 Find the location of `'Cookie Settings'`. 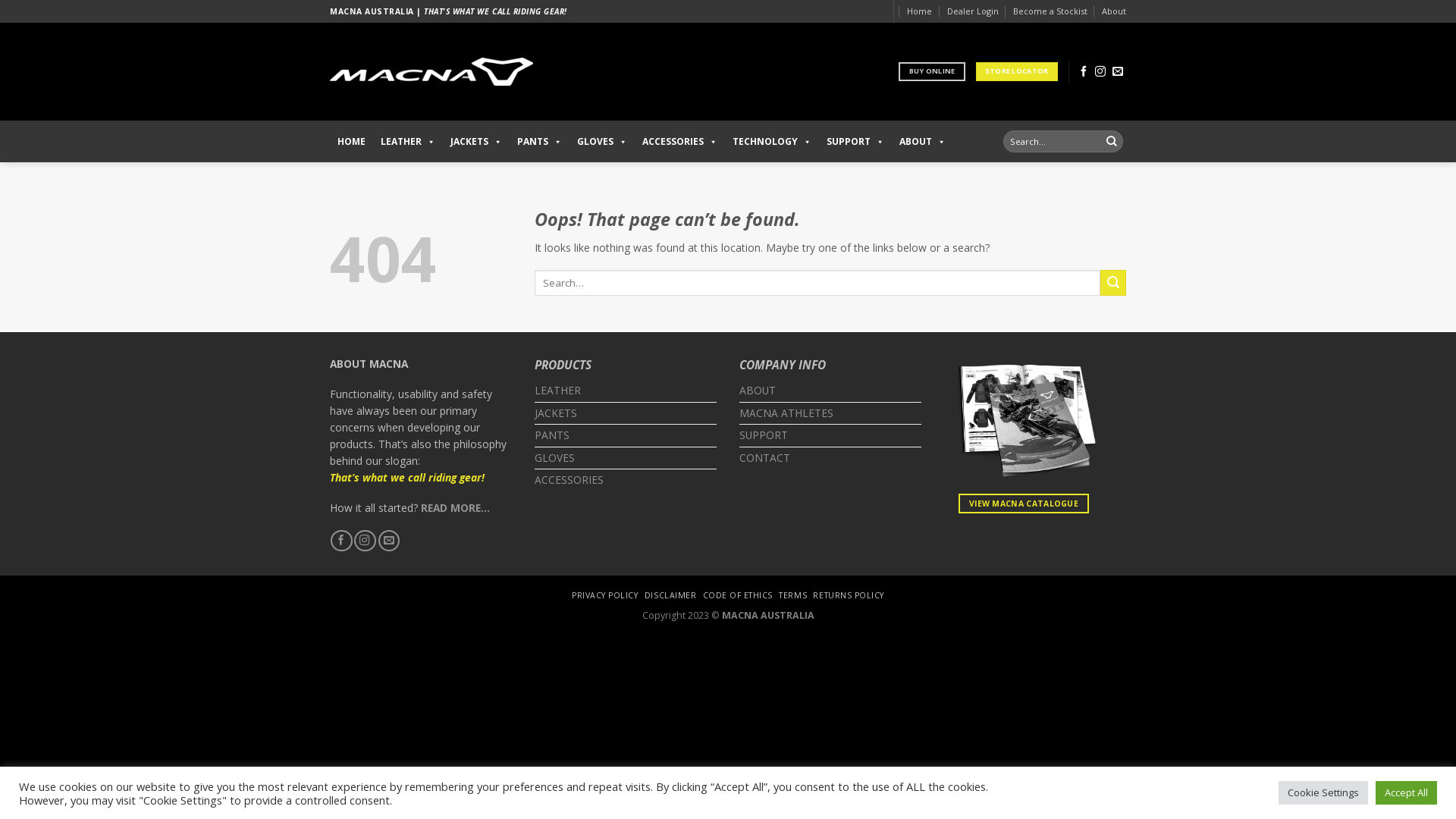

'Cookie Settings' is located at coordinates (1323, 792).